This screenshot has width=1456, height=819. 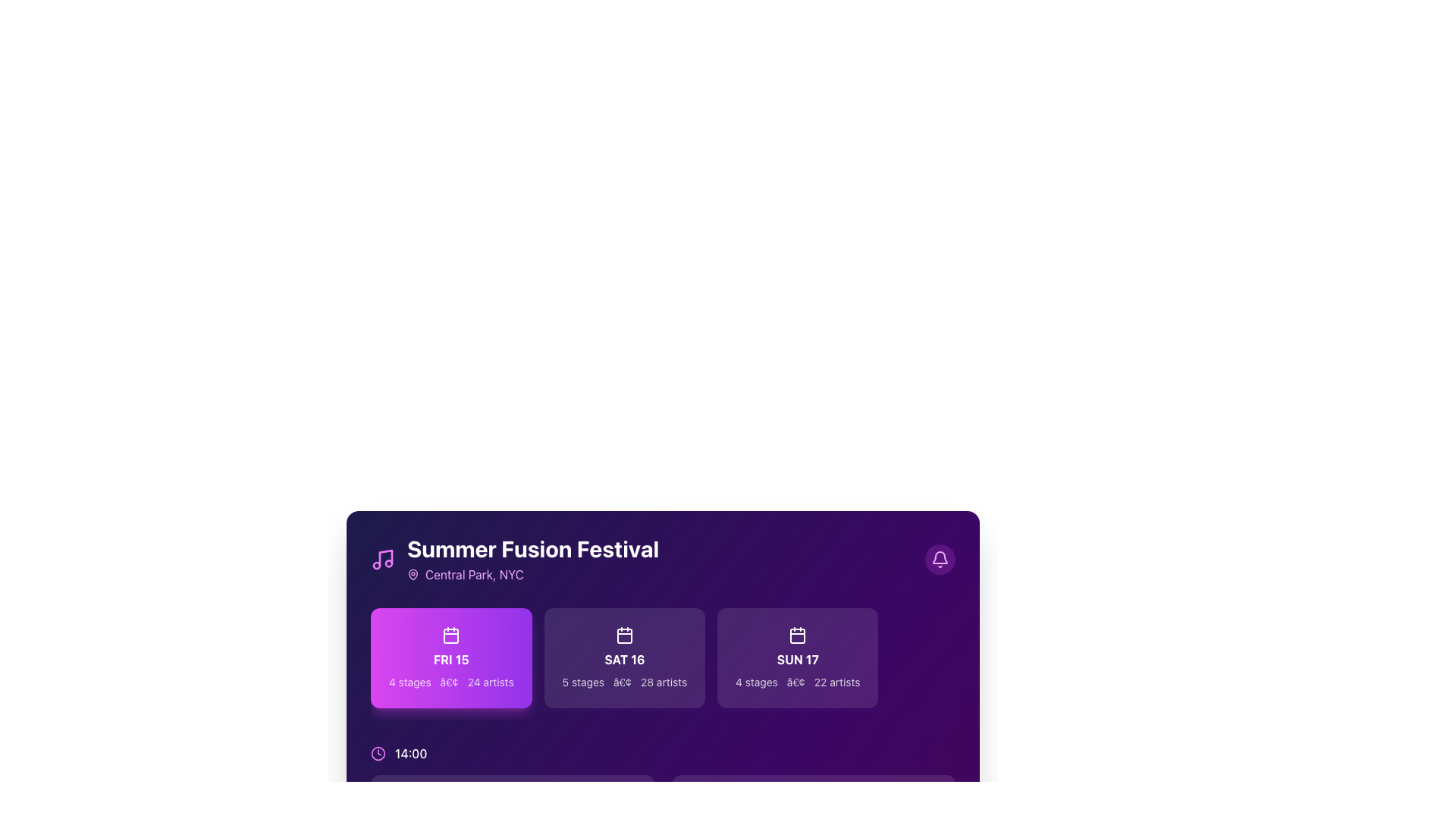 I want to click on the bullet point glyph that is centrally located between the '4 stages' and '24 artists' text lines on the event box for 'FRI 15', so click(x=448, y=681).